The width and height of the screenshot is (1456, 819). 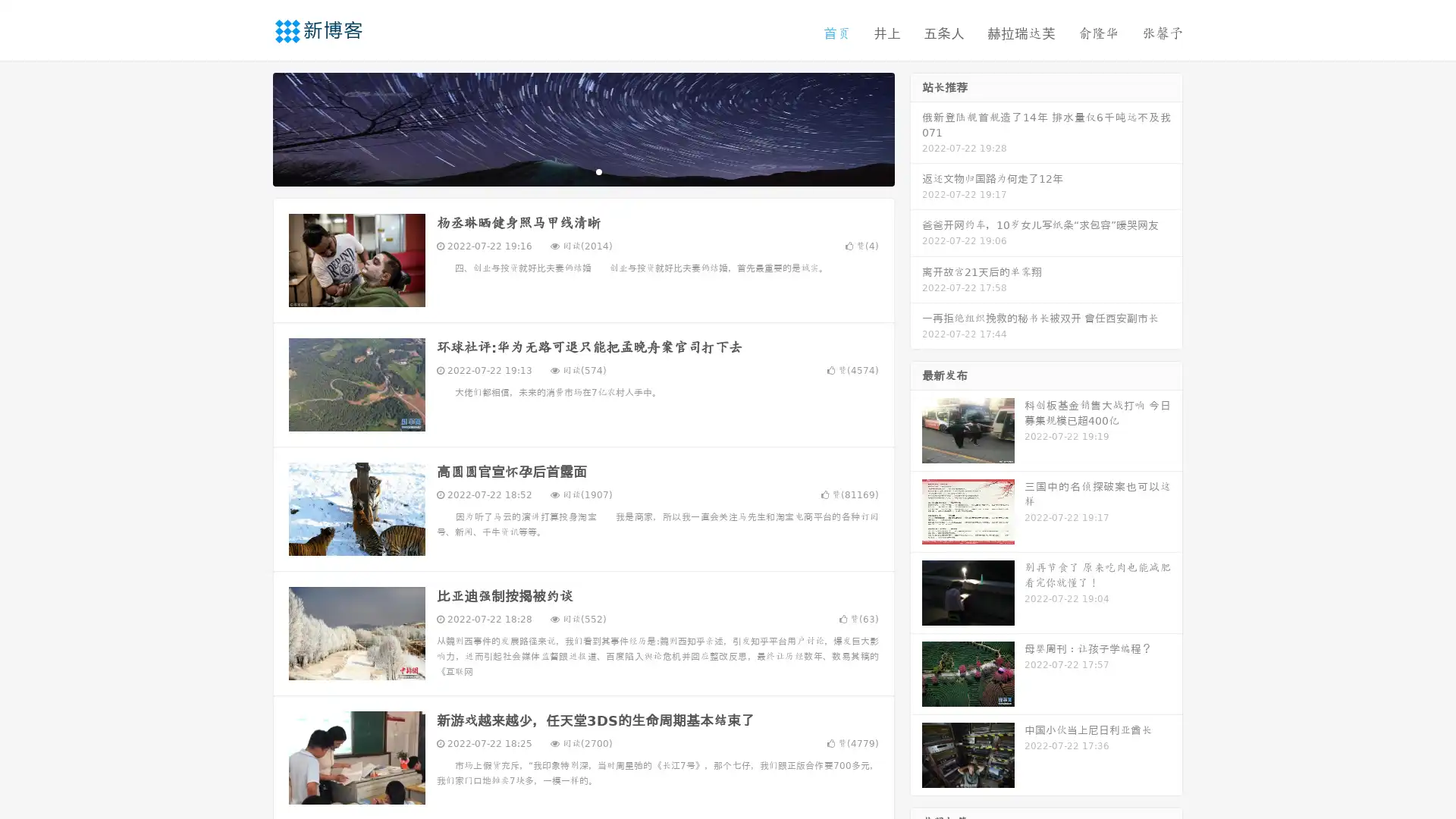 I want to click on Next slide, so click(x=916, y=127).